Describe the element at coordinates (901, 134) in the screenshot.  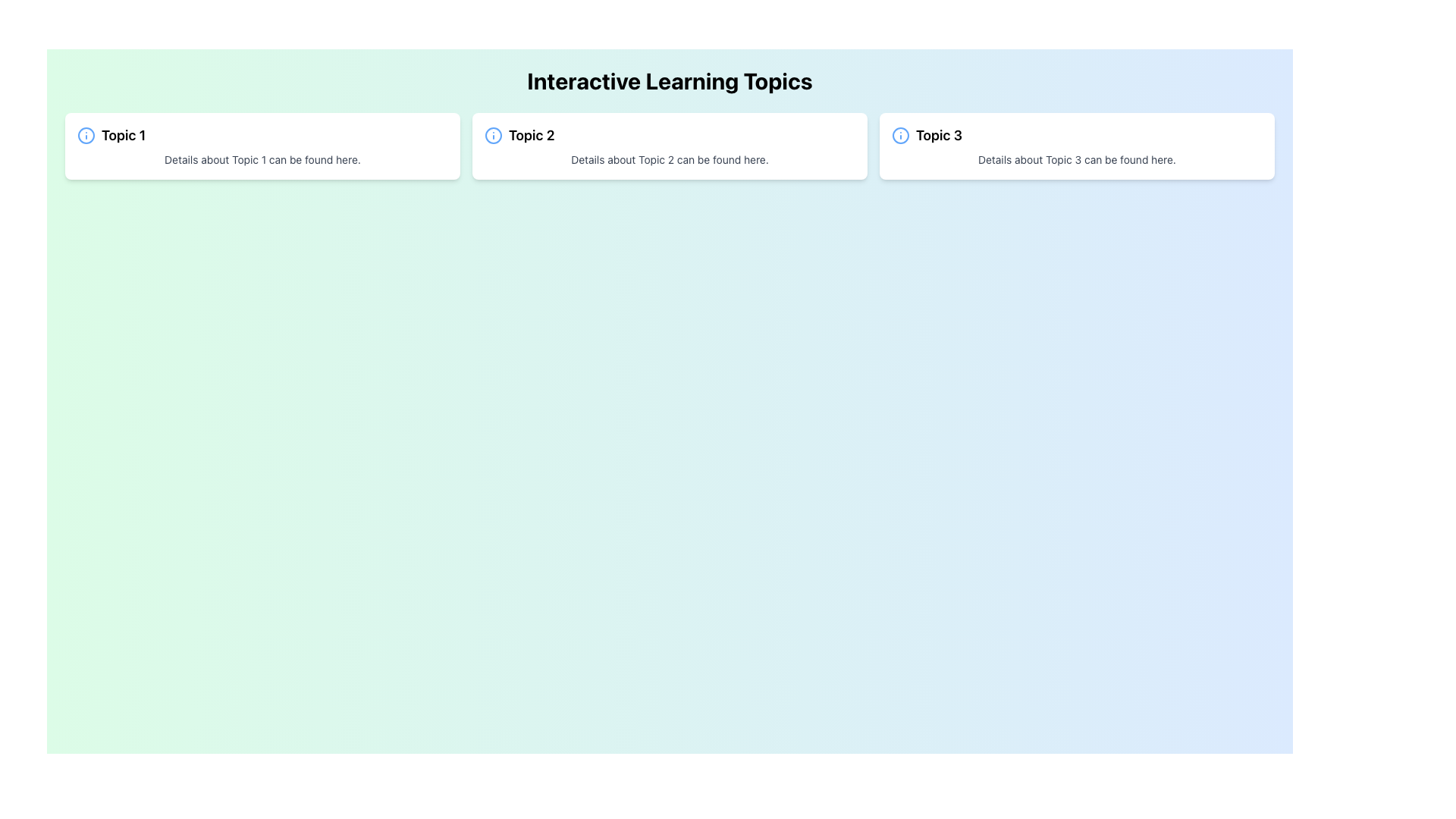
I see `blue circular information icon located to the left of the text 'Topic 3' for styling details` at that location.